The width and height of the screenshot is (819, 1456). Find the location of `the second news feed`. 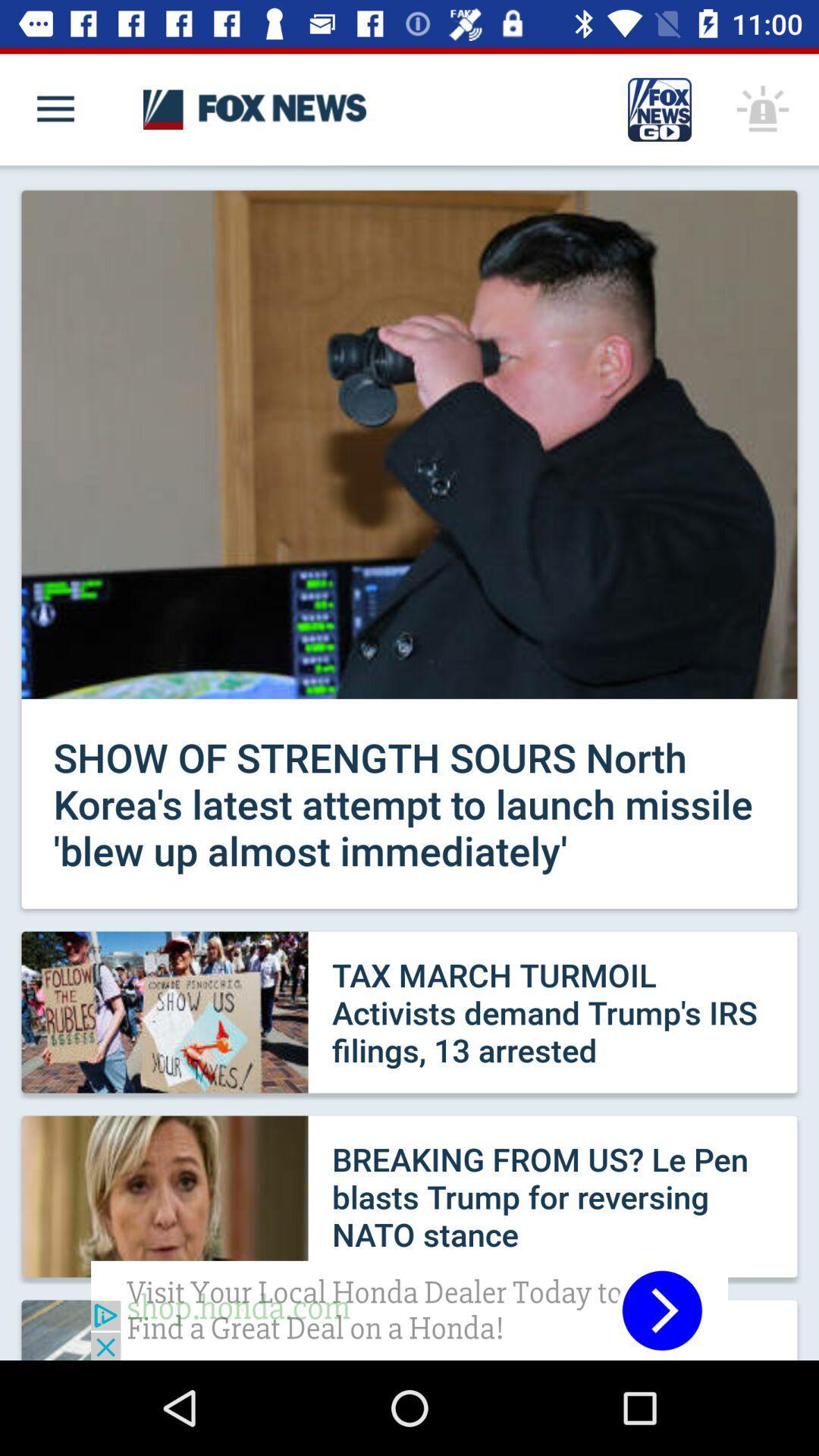

the second news feed is located at coordinates (409, 1012).